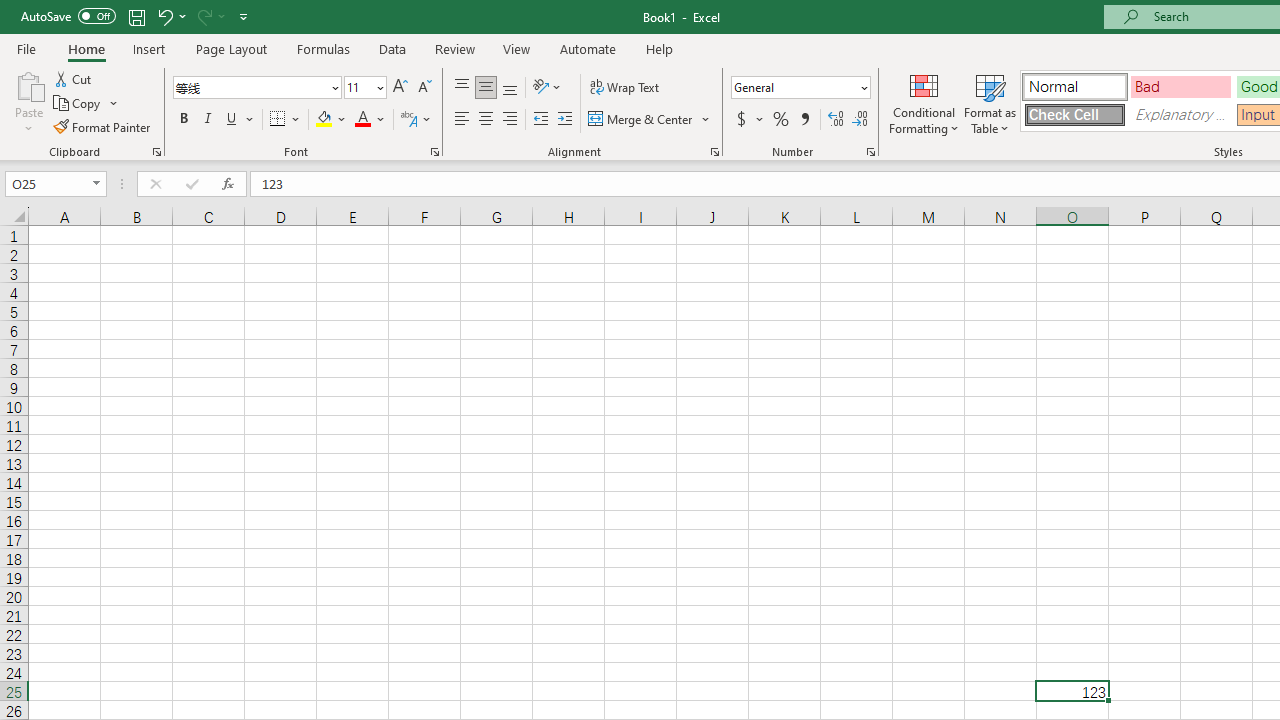 The width and height of the screenshot is (1280, 720). Describe the element at coordinates (28, 84) in the screenshot. I see `'Paste'` at that location.